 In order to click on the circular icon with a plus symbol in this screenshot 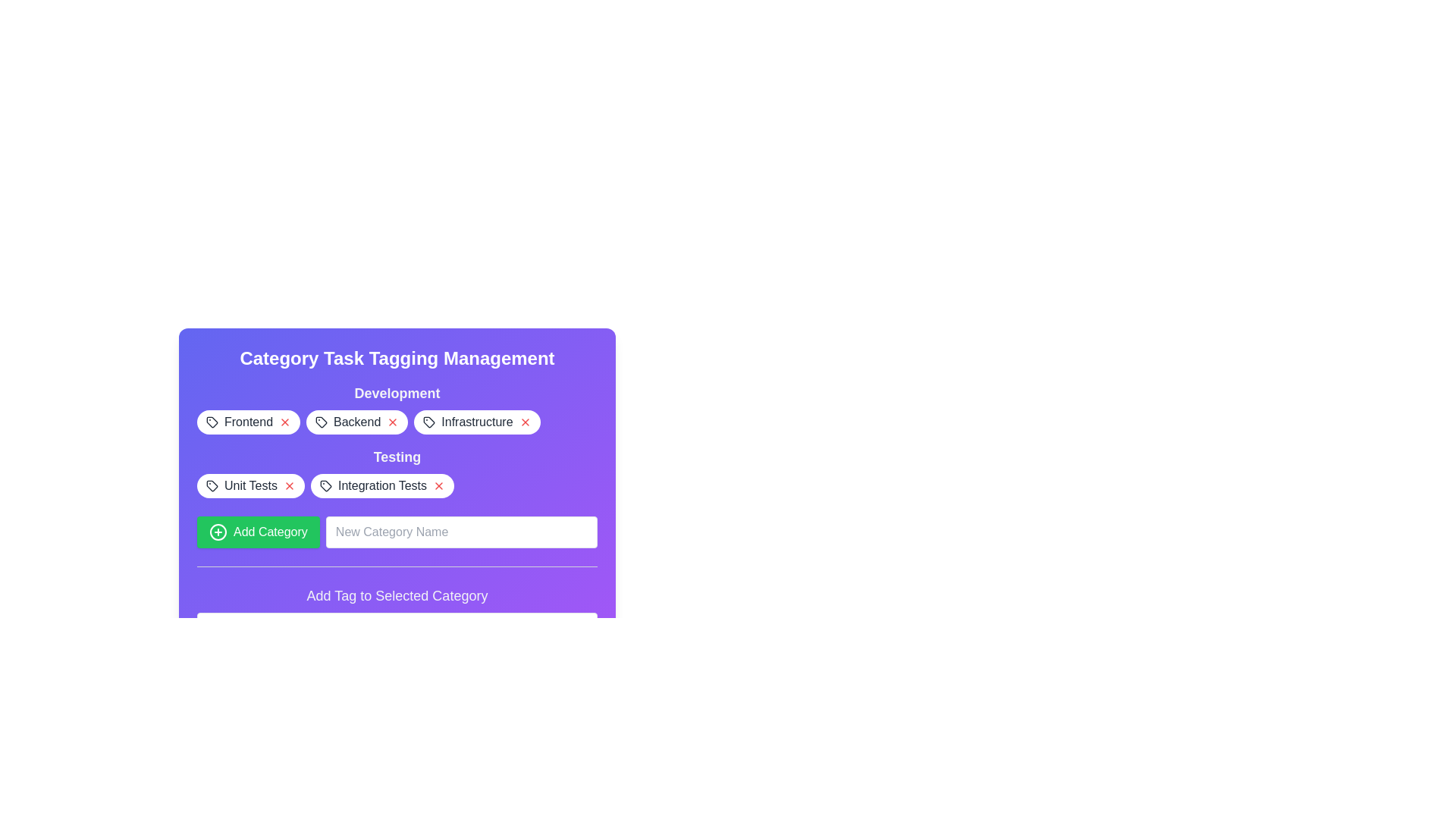, I will do `click(218, 532)`.